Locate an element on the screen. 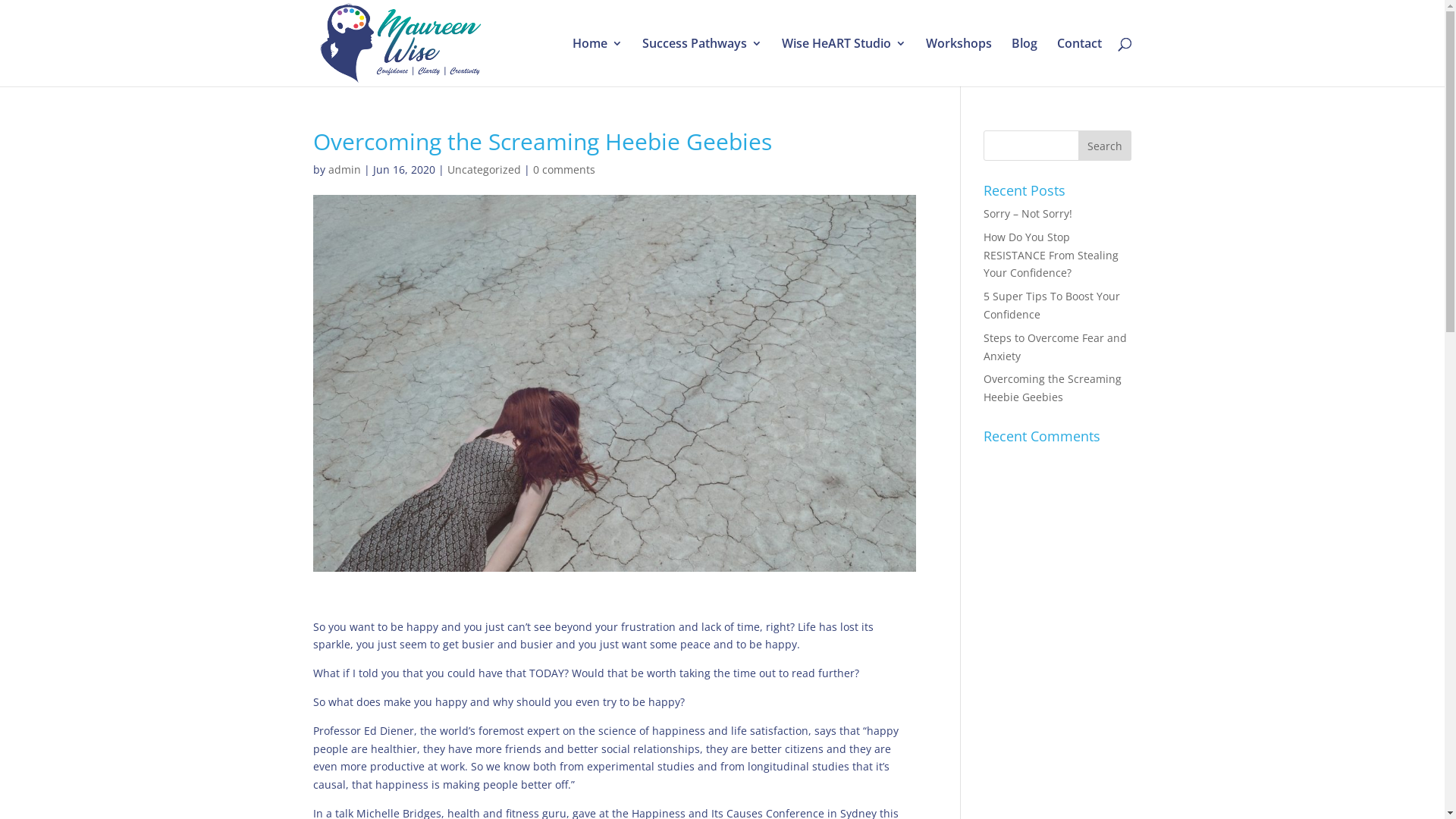  'Workshops' is located at coordinates (924, 61).